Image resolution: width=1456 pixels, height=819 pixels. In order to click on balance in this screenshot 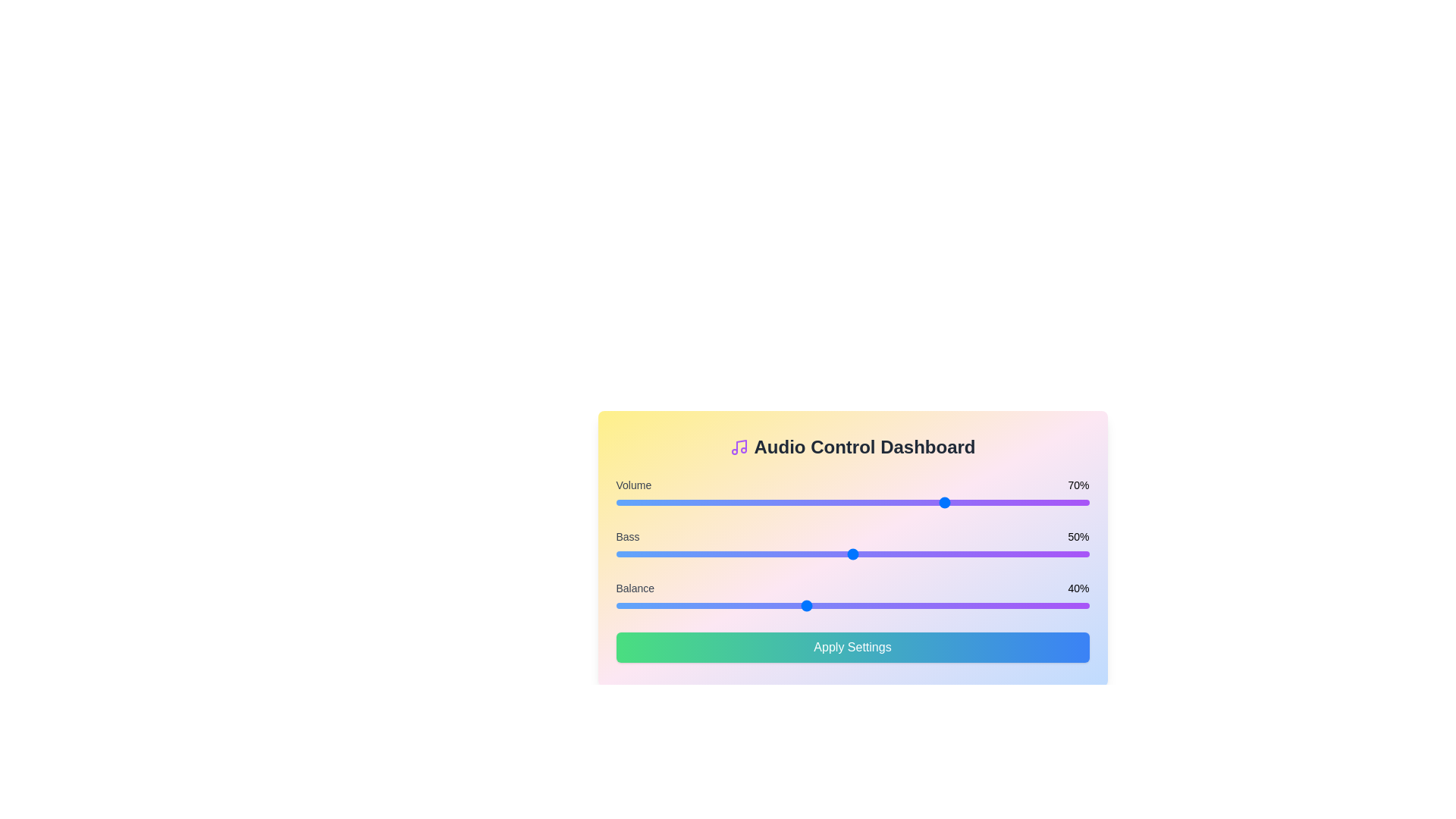, I will do `click(923, 604)`.